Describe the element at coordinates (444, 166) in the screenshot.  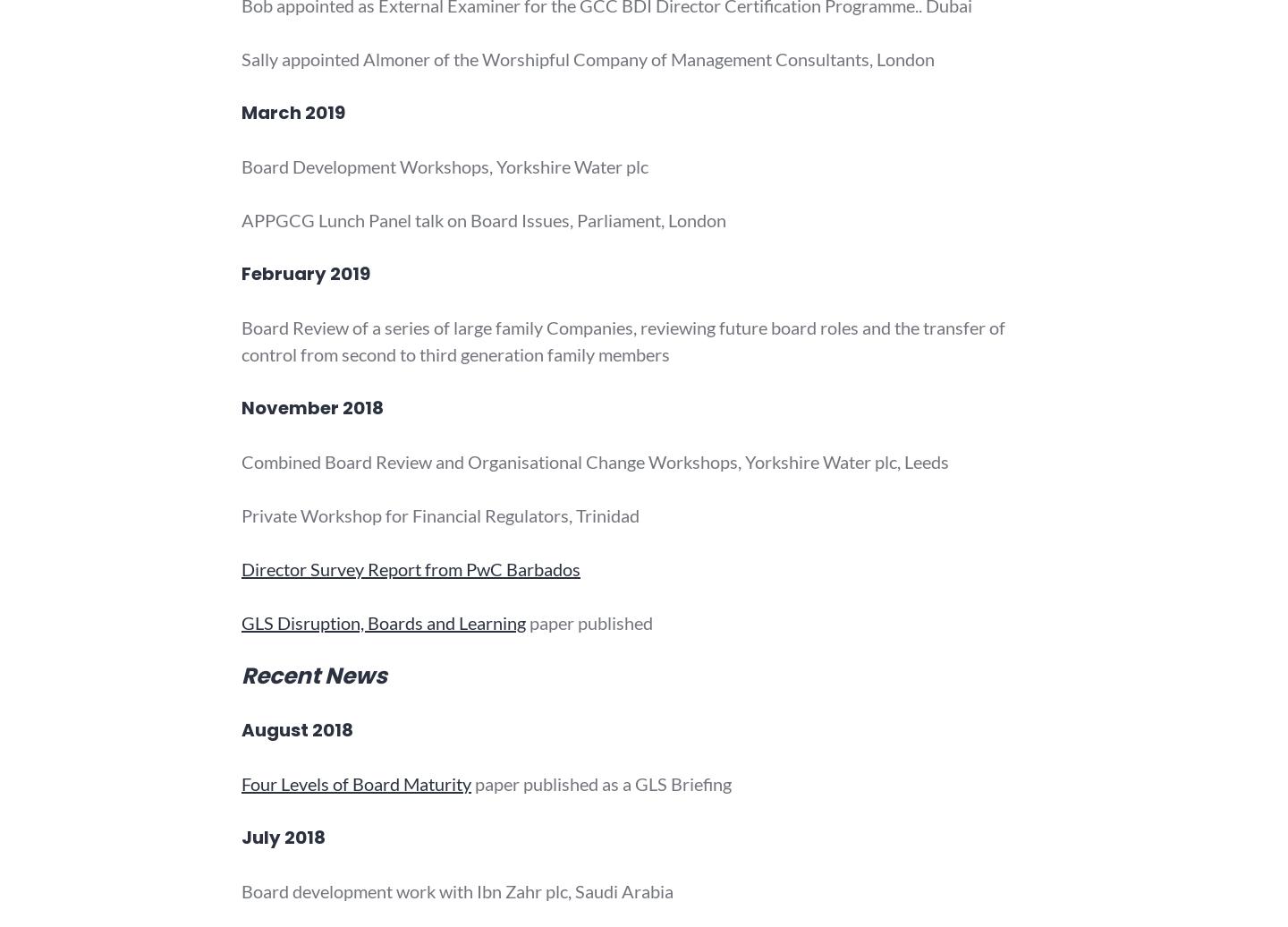
I see `'Board Development Workshops, Yorkshire Water plc'` at that location.